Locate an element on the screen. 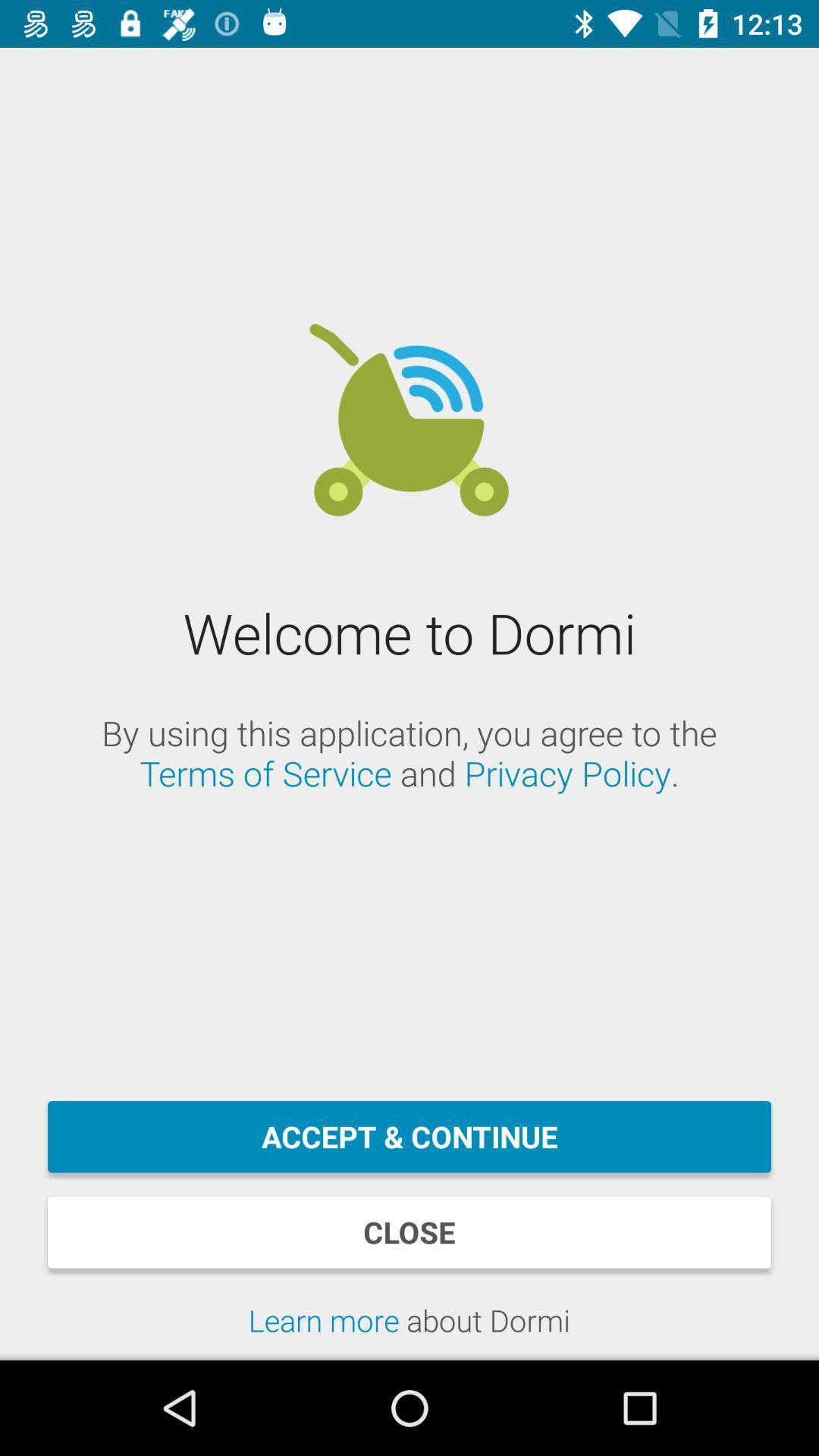 Image resolution: width=819 pixels, height=1456 pixels. icon above the accept & continue item is located at coordinates (409, 753).